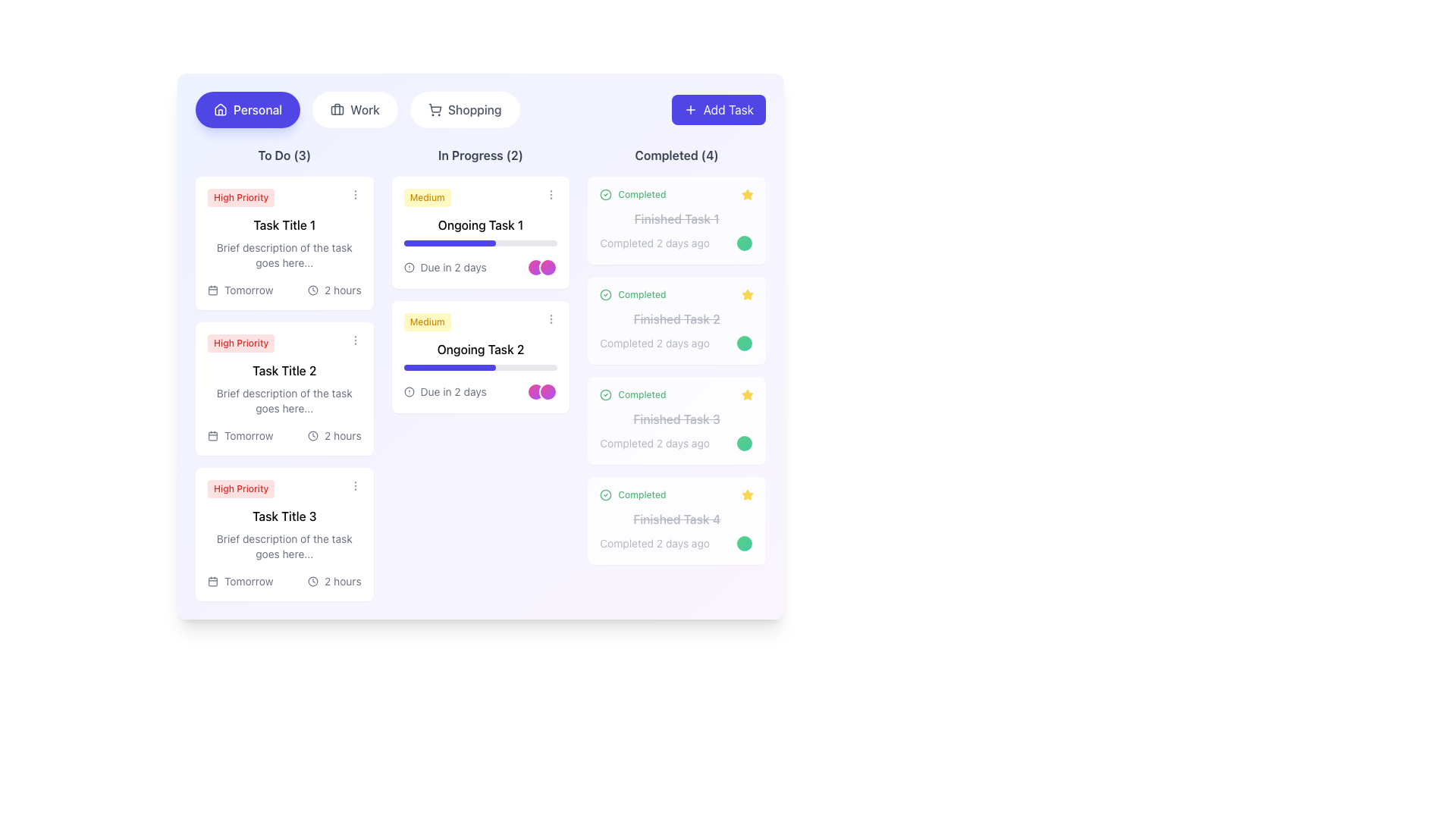 The height and width of the screenshot is (819, 1456). Describe the element at coordinates (605, 295) in the screenshot. I see `the circular vector graphic element with a hollow center in the 'Completed' task column associated with 'Finished Task 2' to associate its state with the related task card` at that location.